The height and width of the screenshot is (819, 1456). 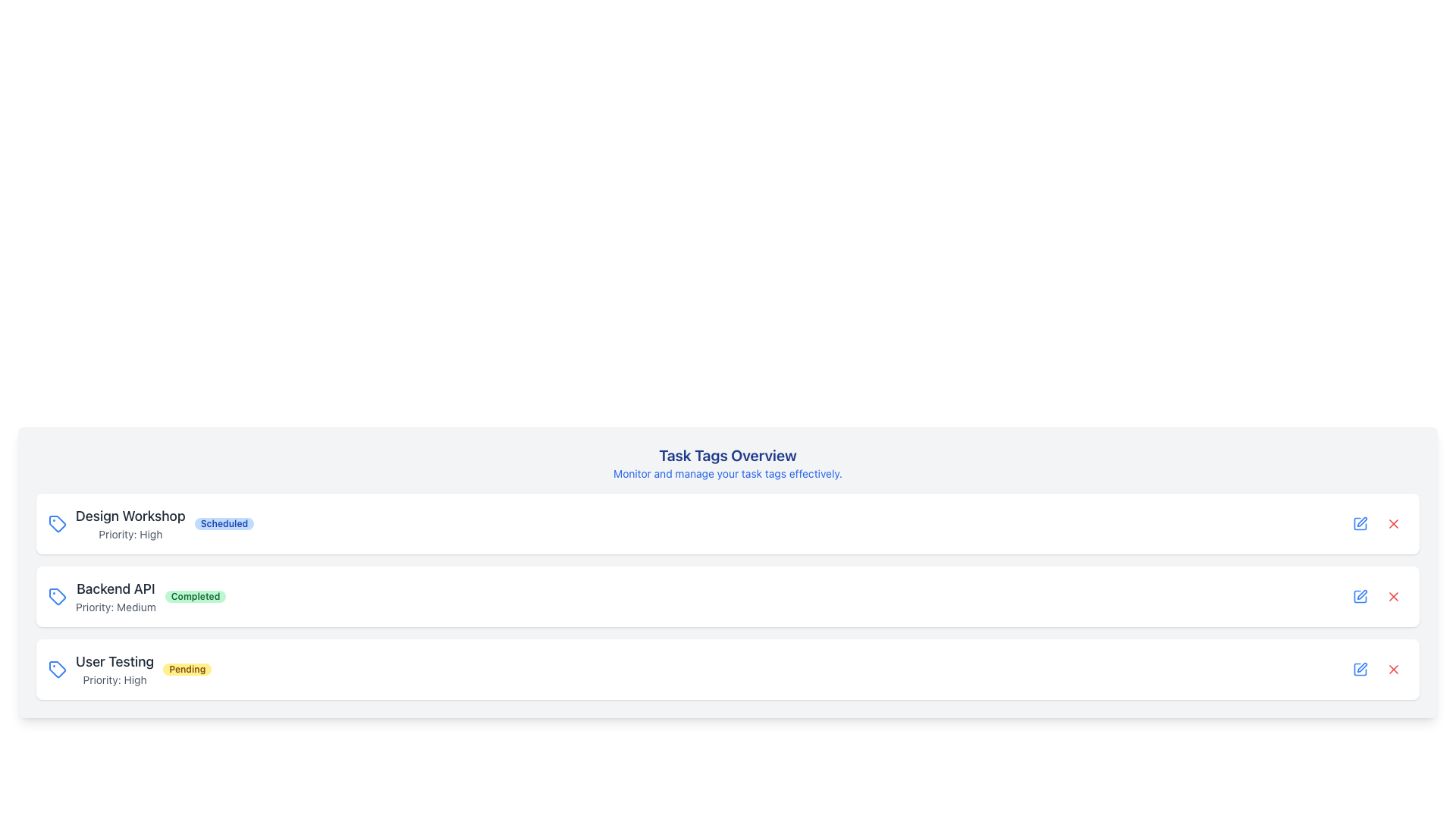 What do you see at coordinates (1360, 669) in the screenshot?
I see `the square-shaped Edit icon, which has bold outlines and resembles a pen, located at the far-right corner of the bottom-most listed item` at bounding box center [1360, 669].